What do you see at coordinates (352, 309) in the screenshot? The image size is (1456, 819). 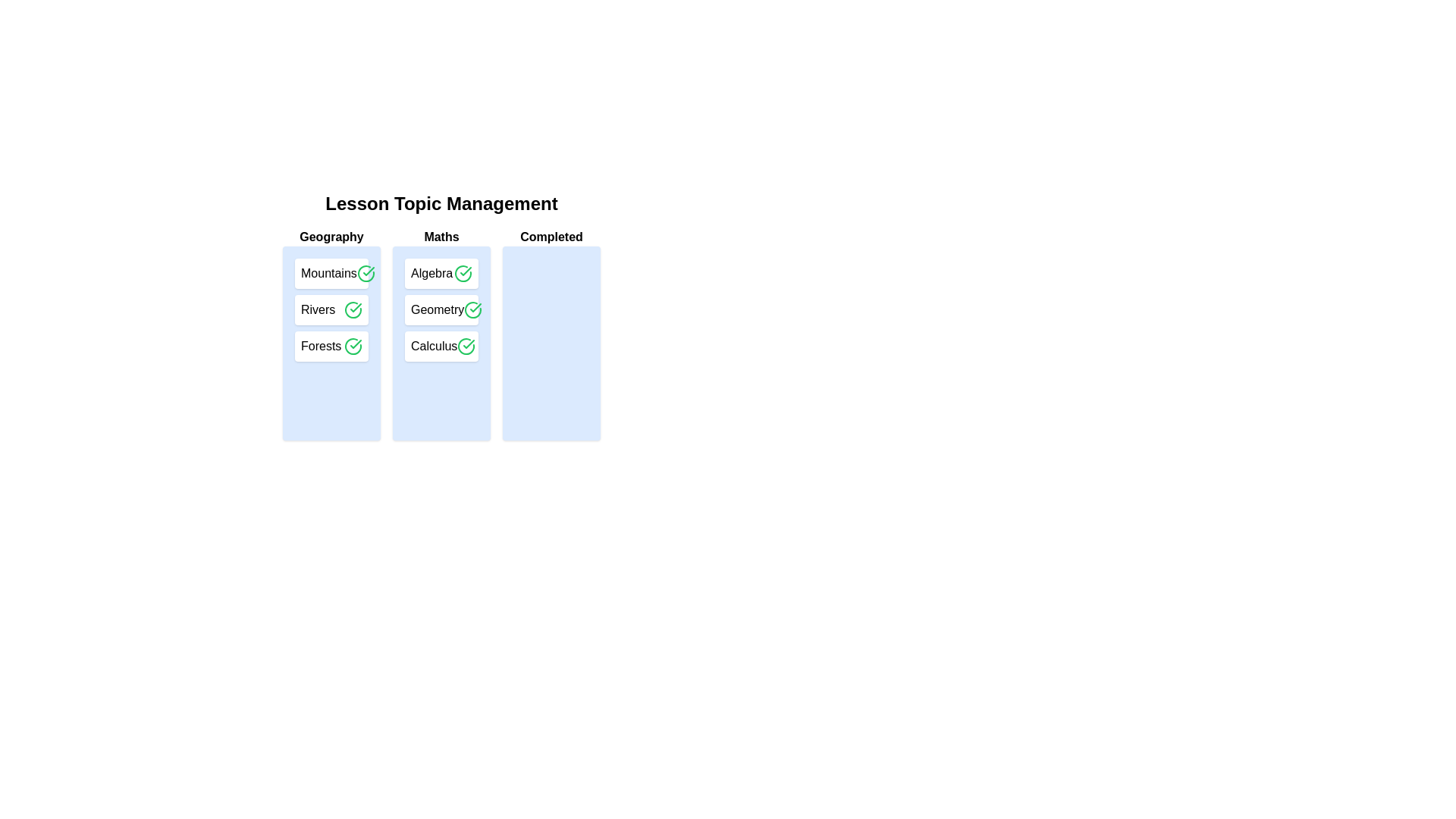 I see `checkmark button next to the topic Rivers to transfer it to the 'Completed' list` at bounding box center [352, 309].